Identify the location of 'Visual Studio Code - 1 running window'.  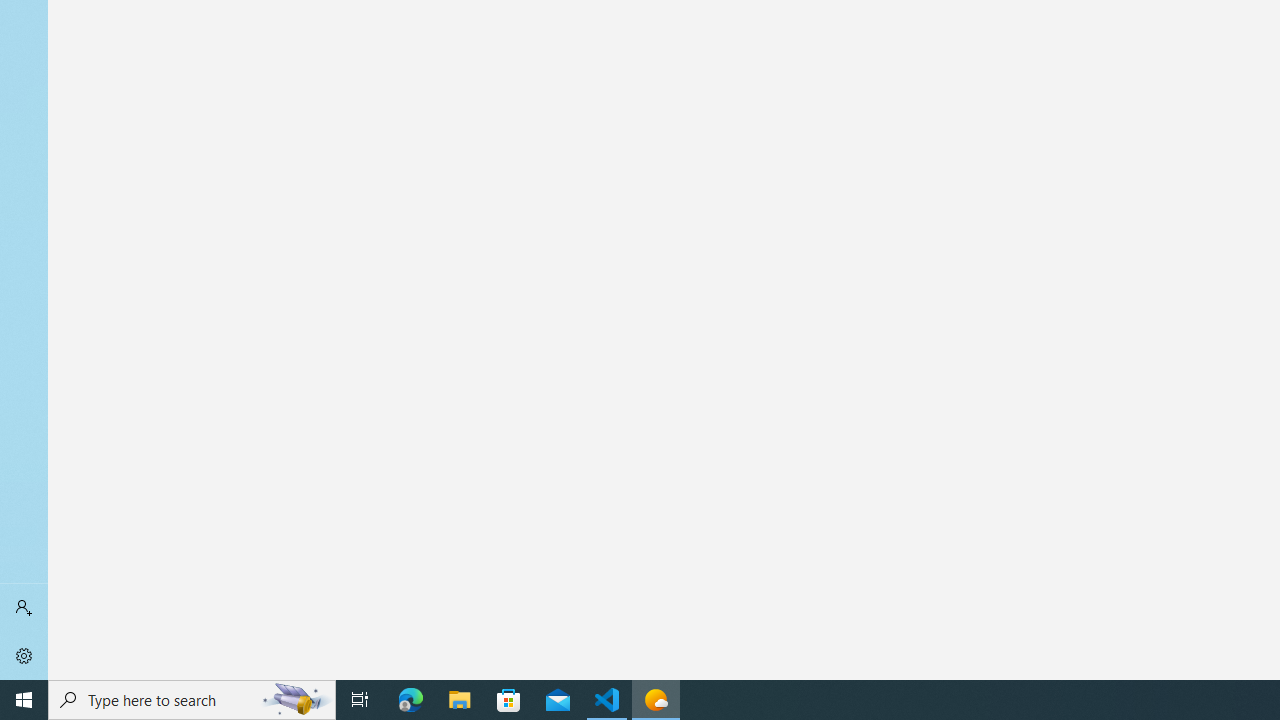
(606, 698).